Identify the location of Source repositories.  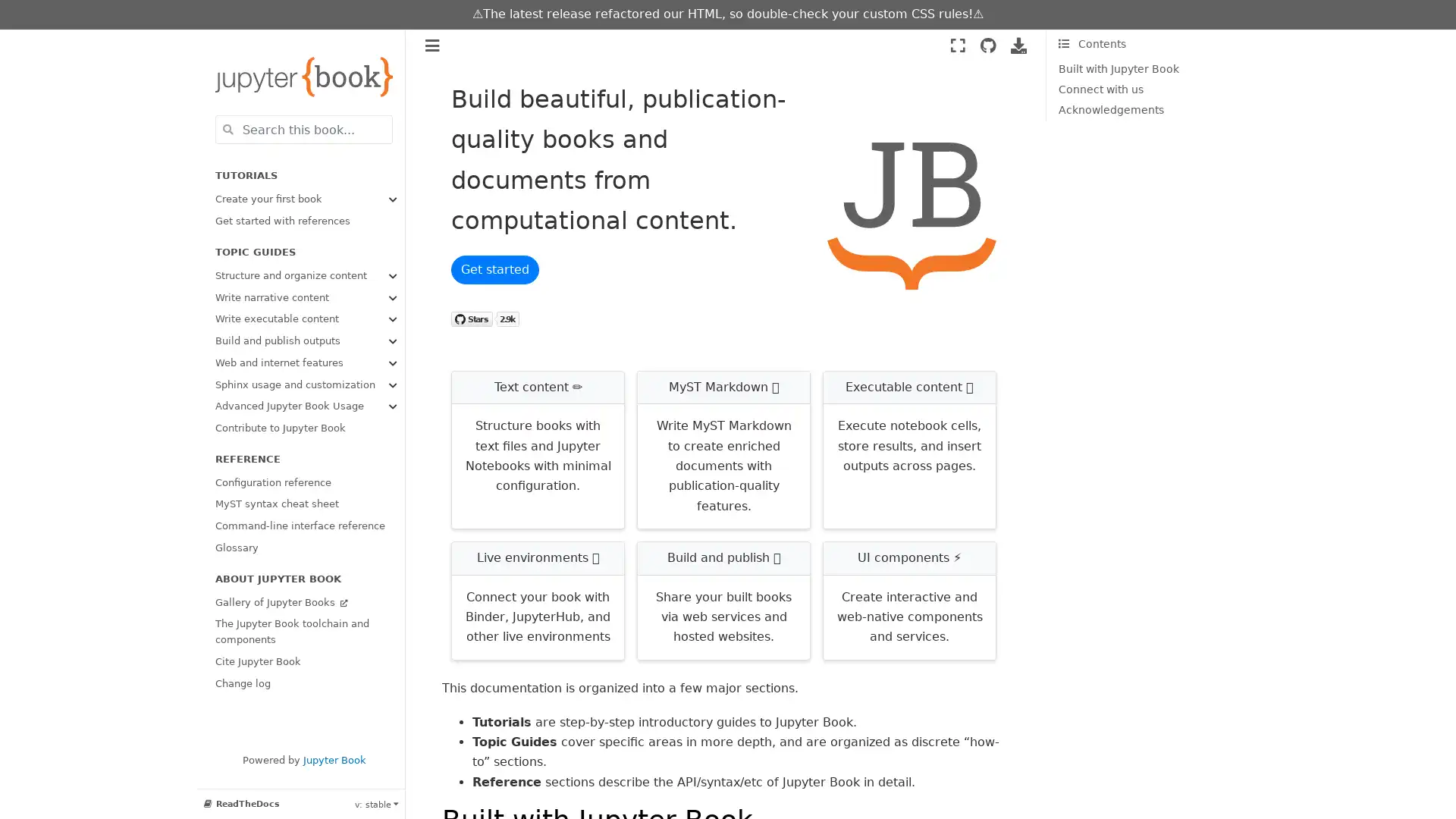
(987, 45).